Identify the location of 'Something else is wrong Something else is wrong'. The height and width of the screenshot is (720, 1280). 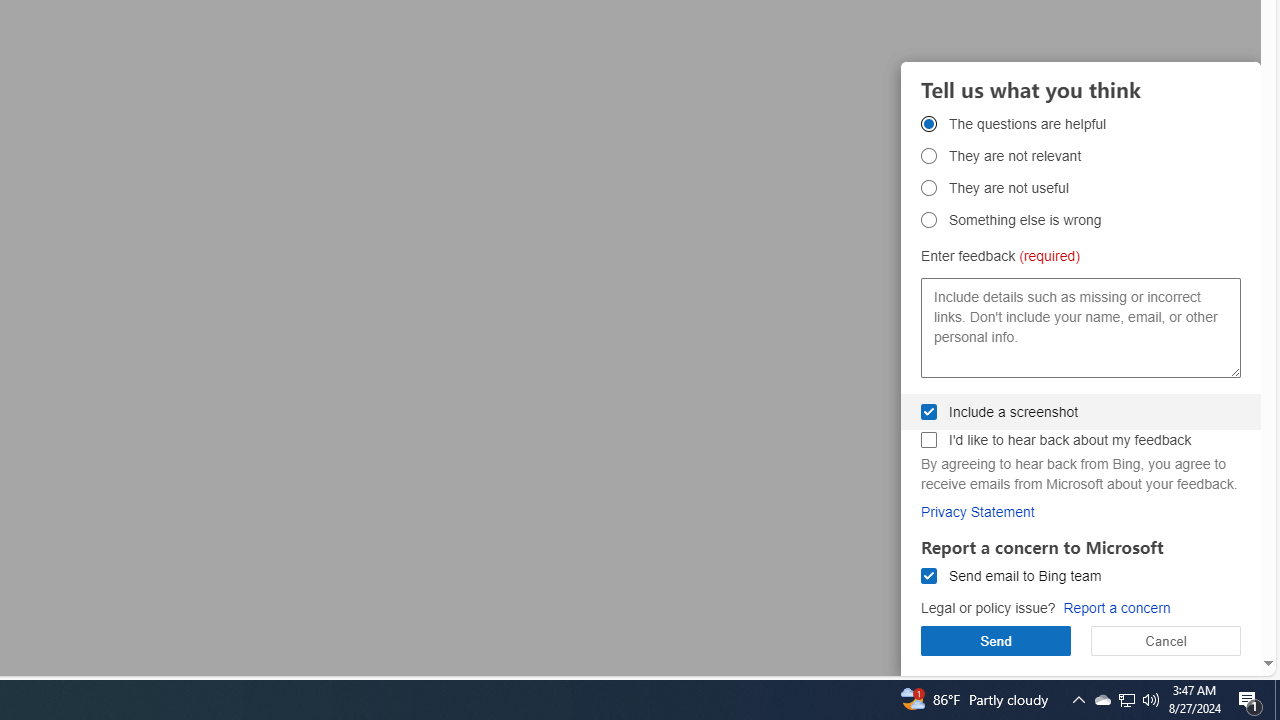
(928, 219).